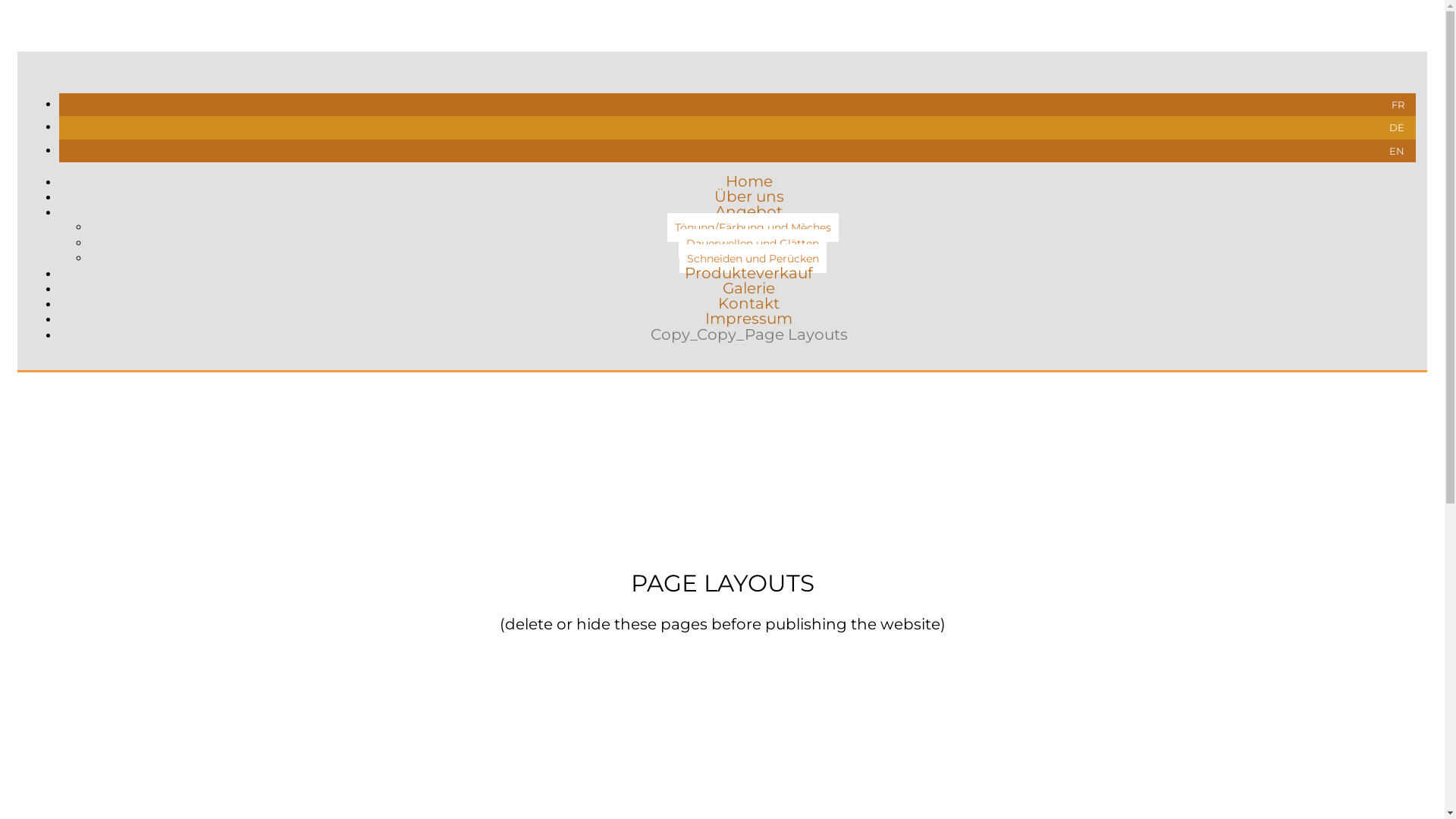 This screenshot has height=819, width=1456. What do you see at coordinates (651, 333) in the screenshot?
I see `'Copy_Copy_Page Layouts'` at bounding box center [651, 333].